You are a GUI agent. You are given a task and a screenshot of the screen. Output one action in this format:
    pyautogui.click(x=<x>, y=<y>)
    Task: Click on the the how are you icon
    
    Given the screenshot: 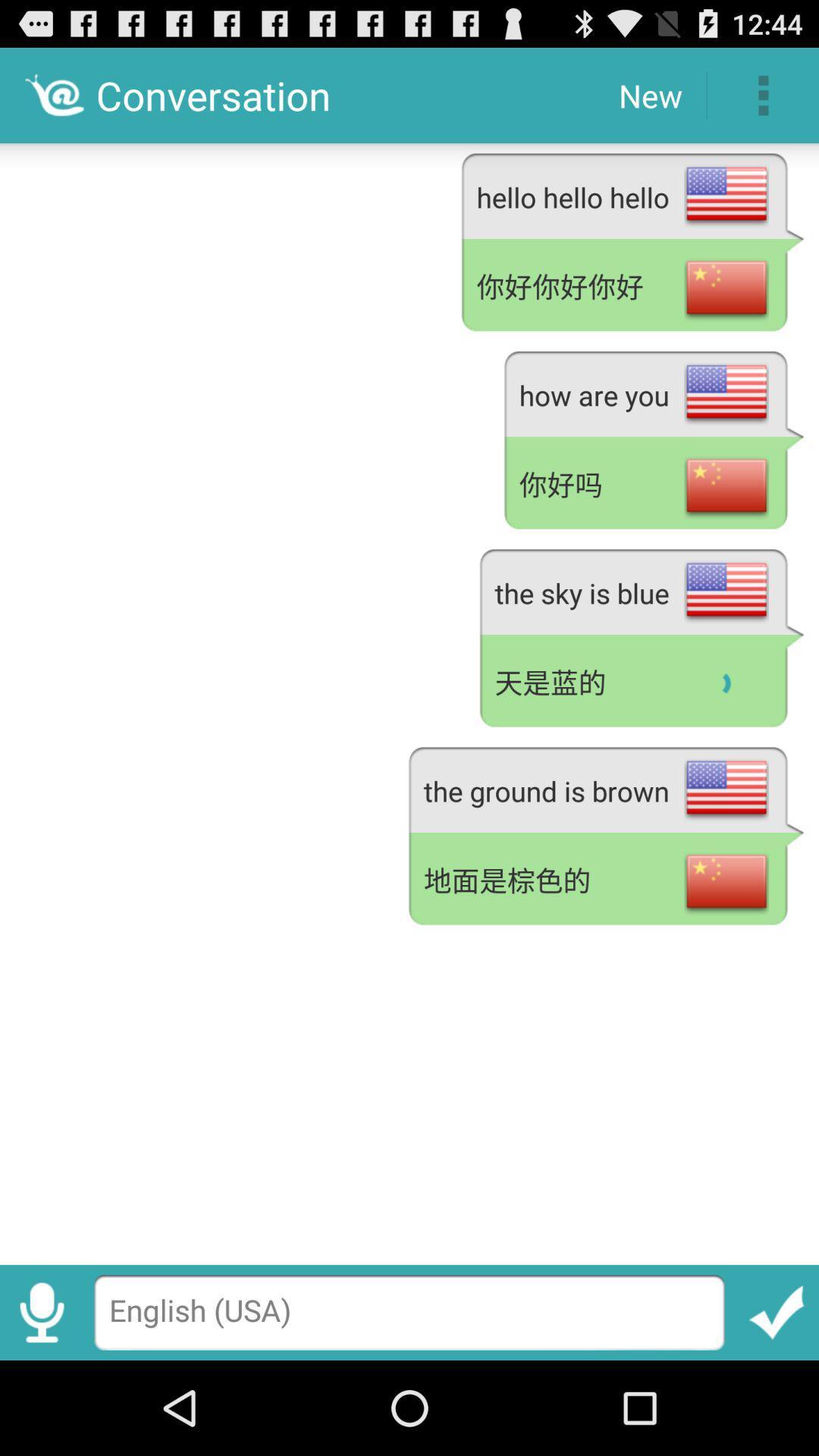 What is the action you would take?
    pyautogui.click(x=653, y=391)
    